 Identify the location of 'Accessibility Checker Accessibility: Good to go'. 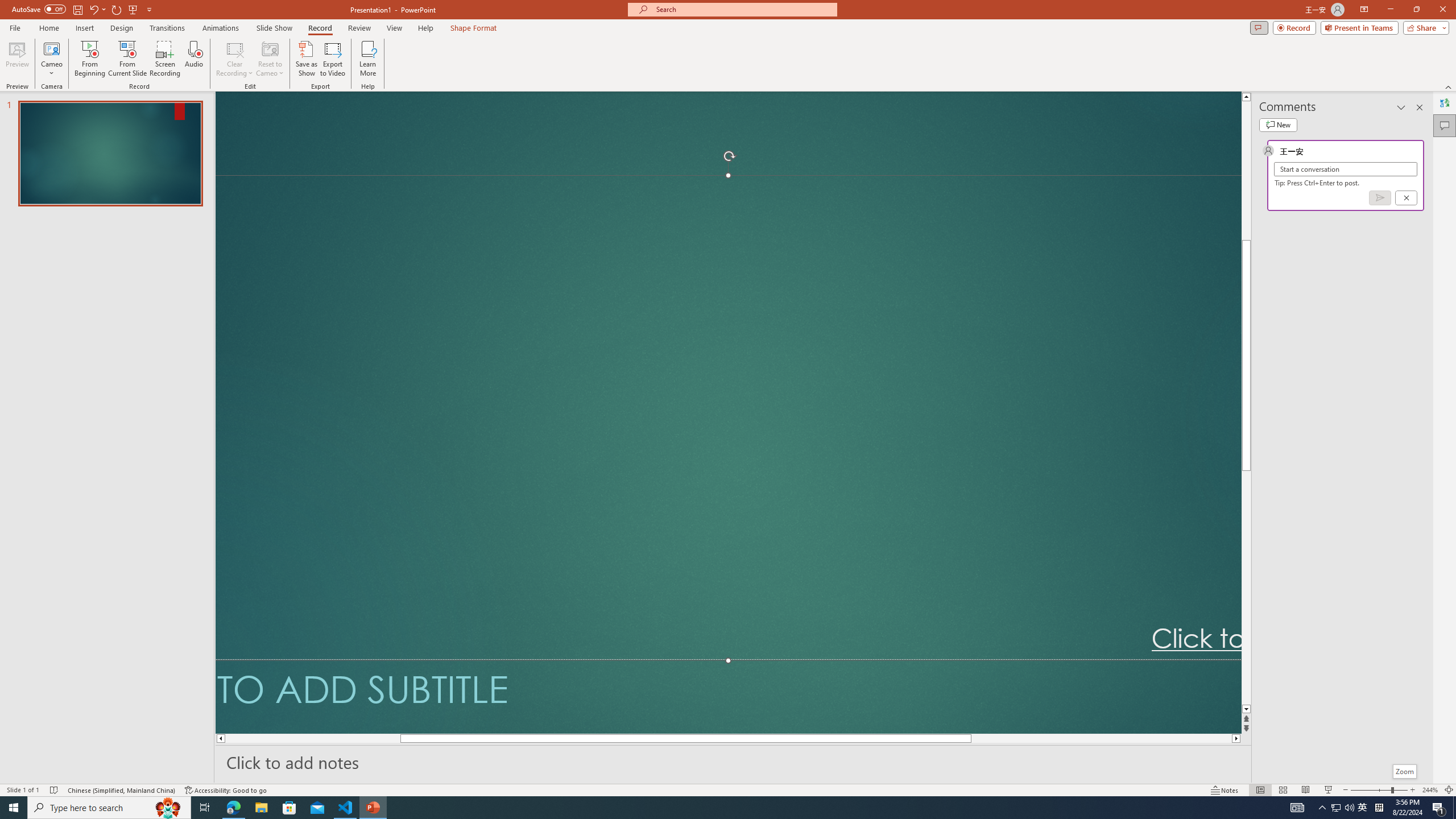
(226, 790).